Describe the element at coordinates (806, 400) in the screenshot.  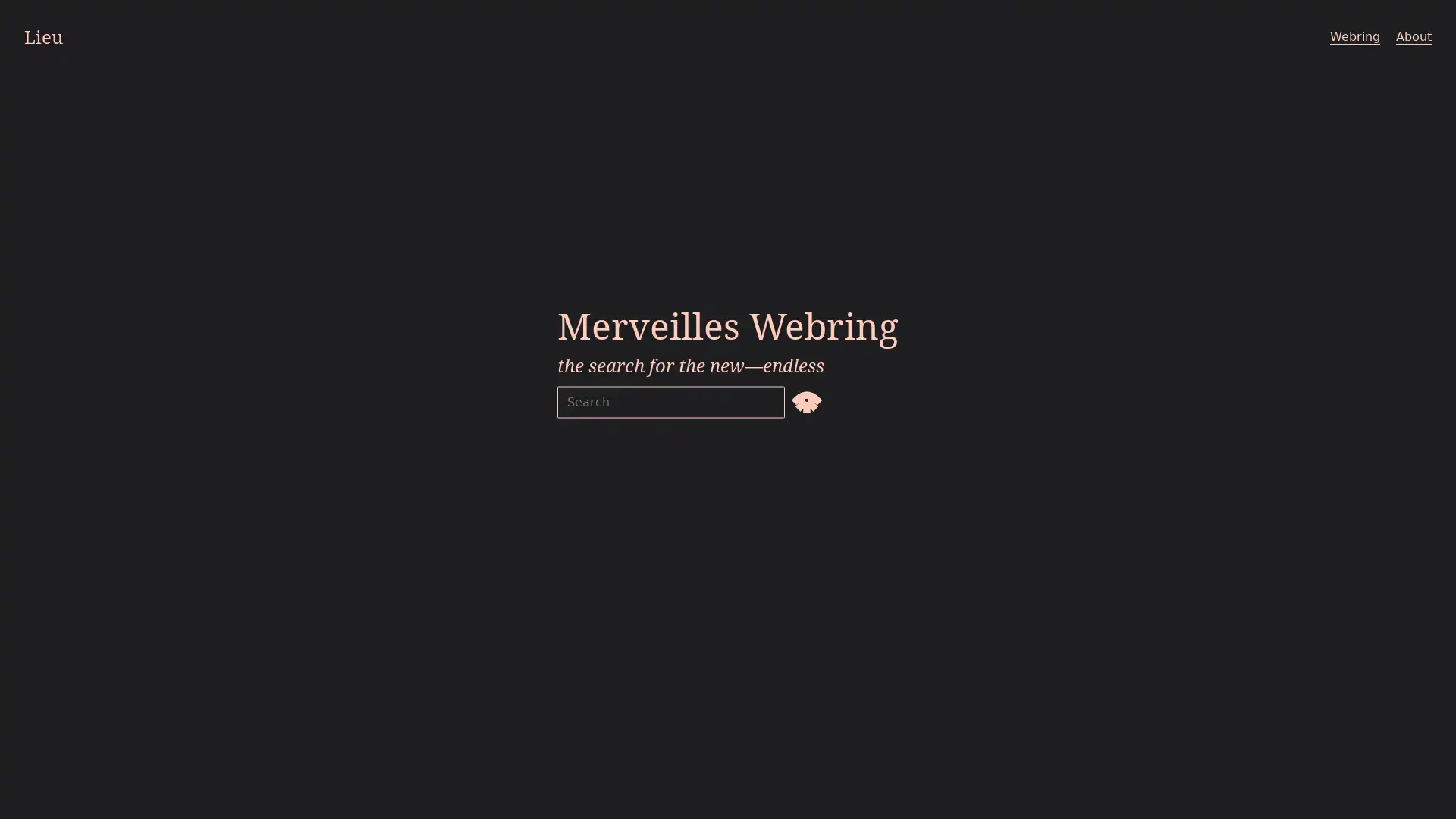
I see `Search` at that location.